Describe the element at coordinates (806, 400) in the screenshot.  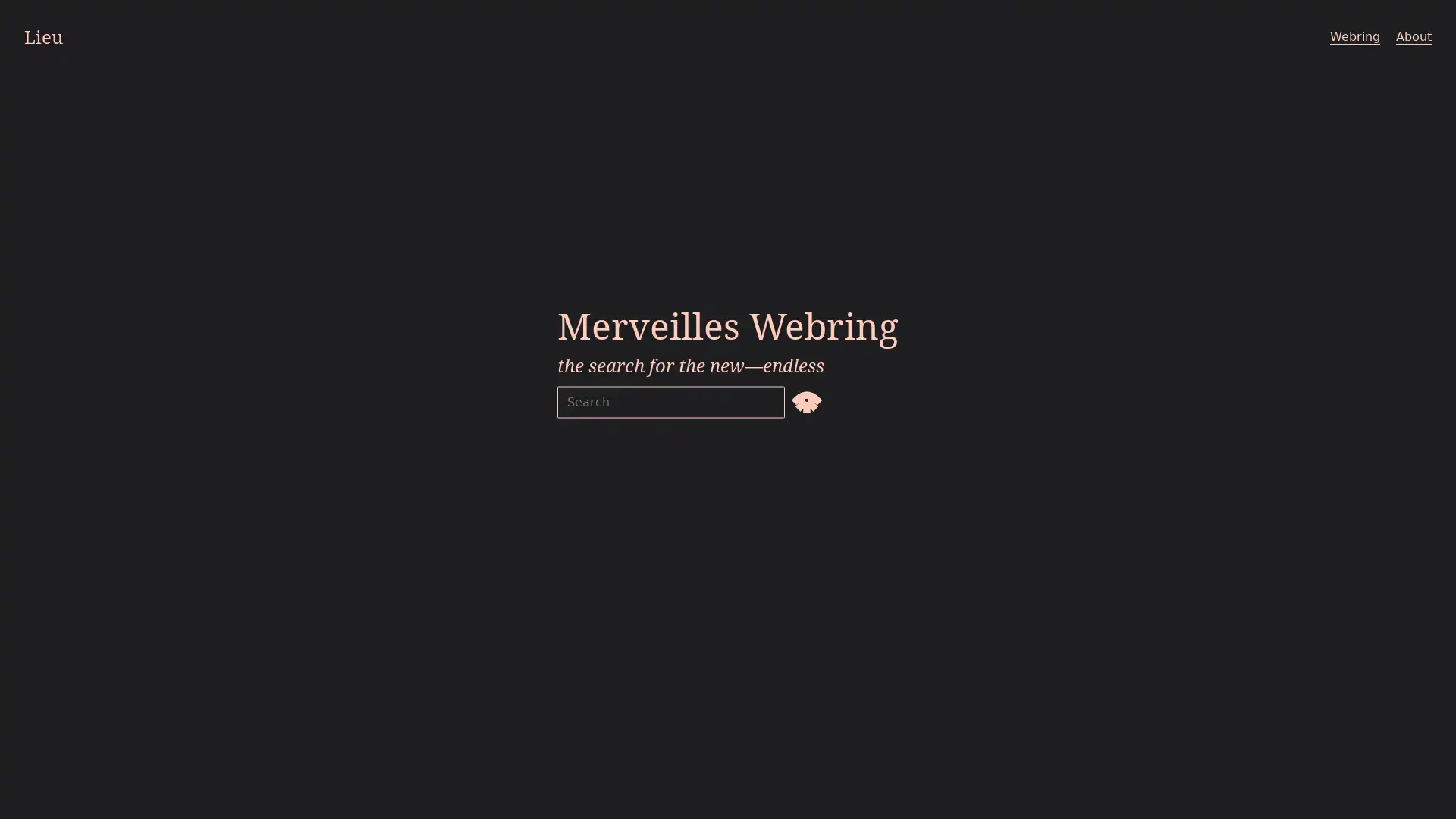
I see `Search` at that location.